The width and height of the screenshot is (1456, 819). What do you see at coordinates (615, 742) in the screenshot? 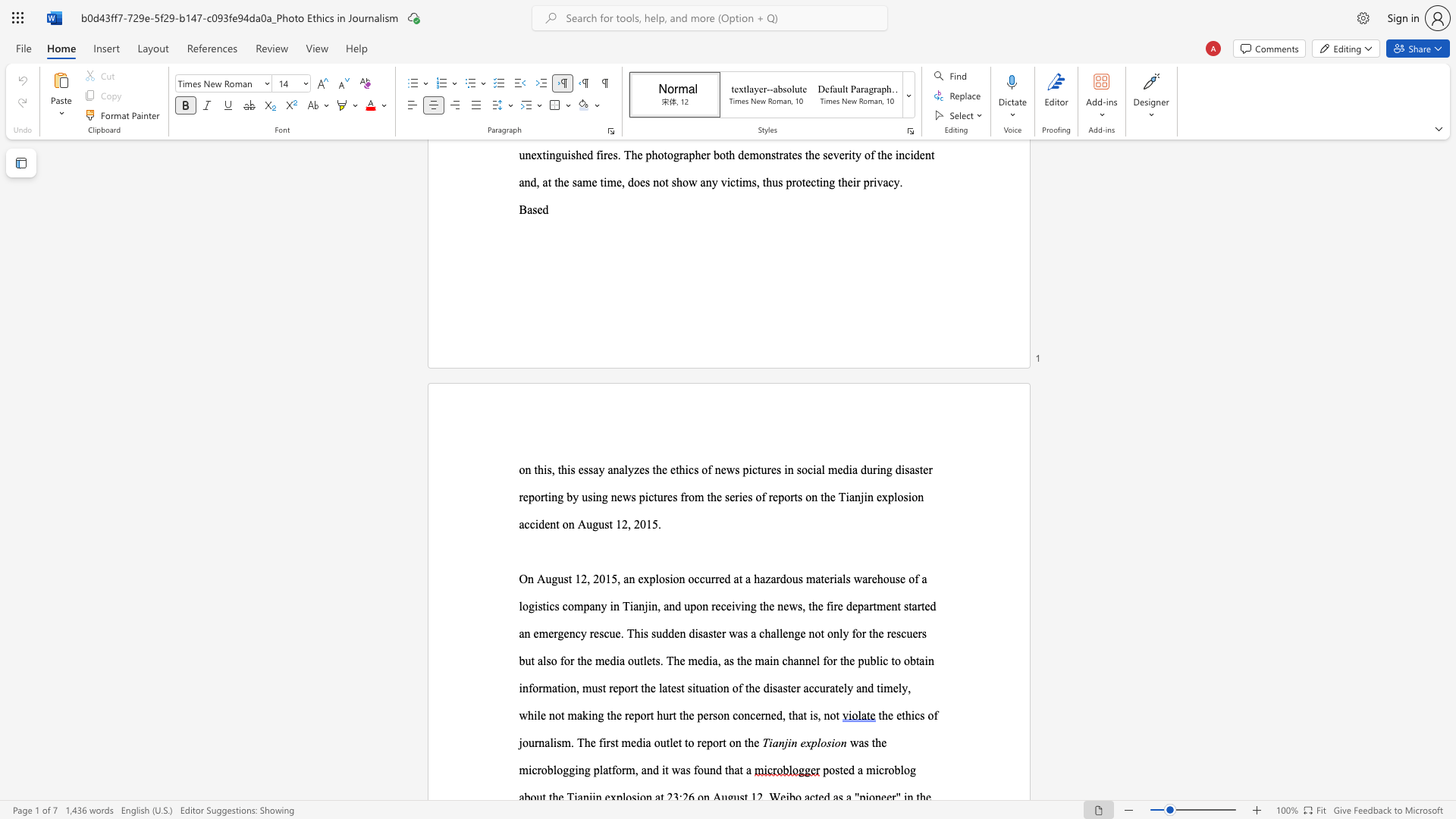
I see `the subset text "t media outlet to report on" within the text "the ethics of journalism. The first media outlet to report on the"` at bounding box center [615, 742].